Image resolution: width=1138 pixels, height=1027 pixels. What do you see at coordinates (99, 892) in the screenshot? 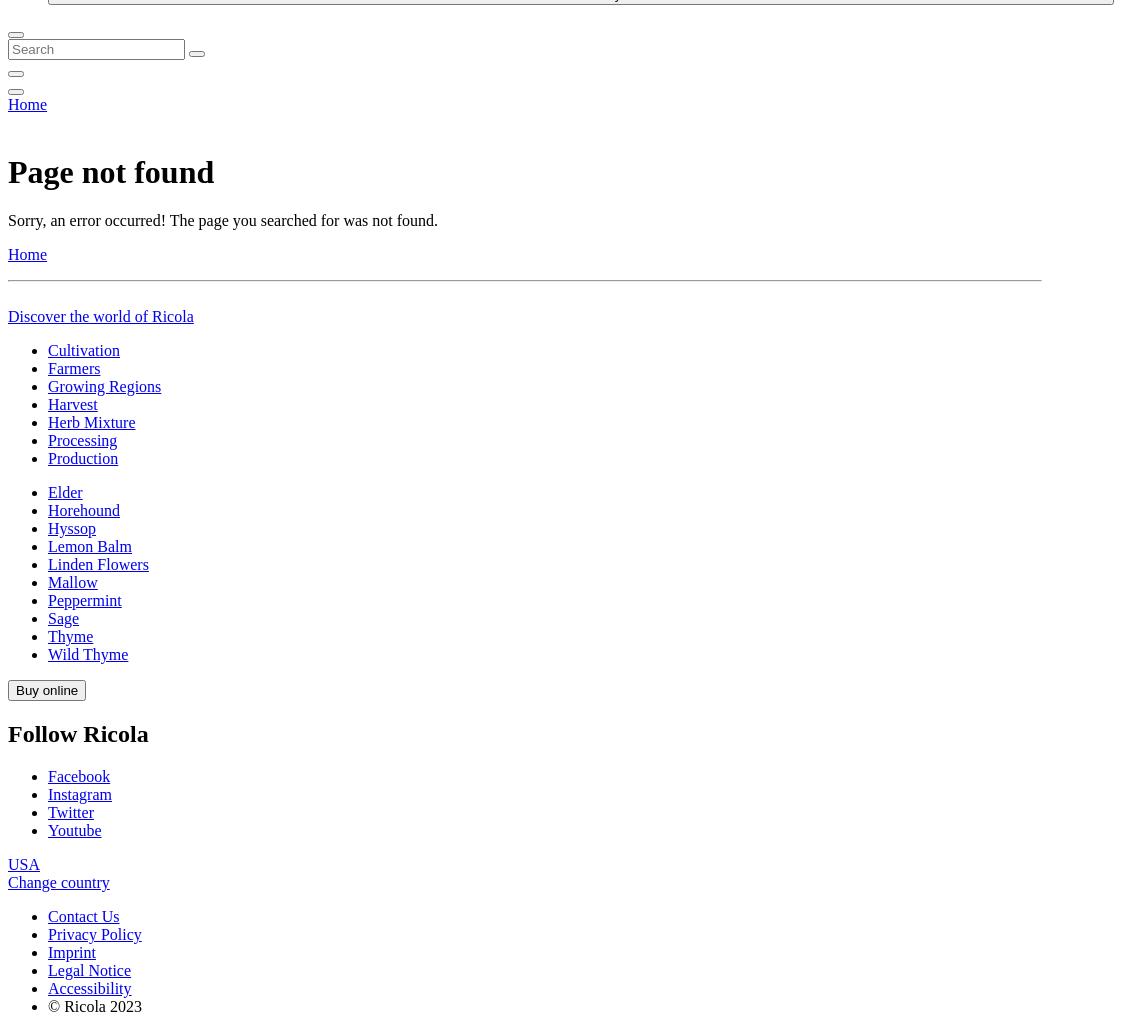
I see `'Discover the world of Ricola'` at bounding box center [99, 892].